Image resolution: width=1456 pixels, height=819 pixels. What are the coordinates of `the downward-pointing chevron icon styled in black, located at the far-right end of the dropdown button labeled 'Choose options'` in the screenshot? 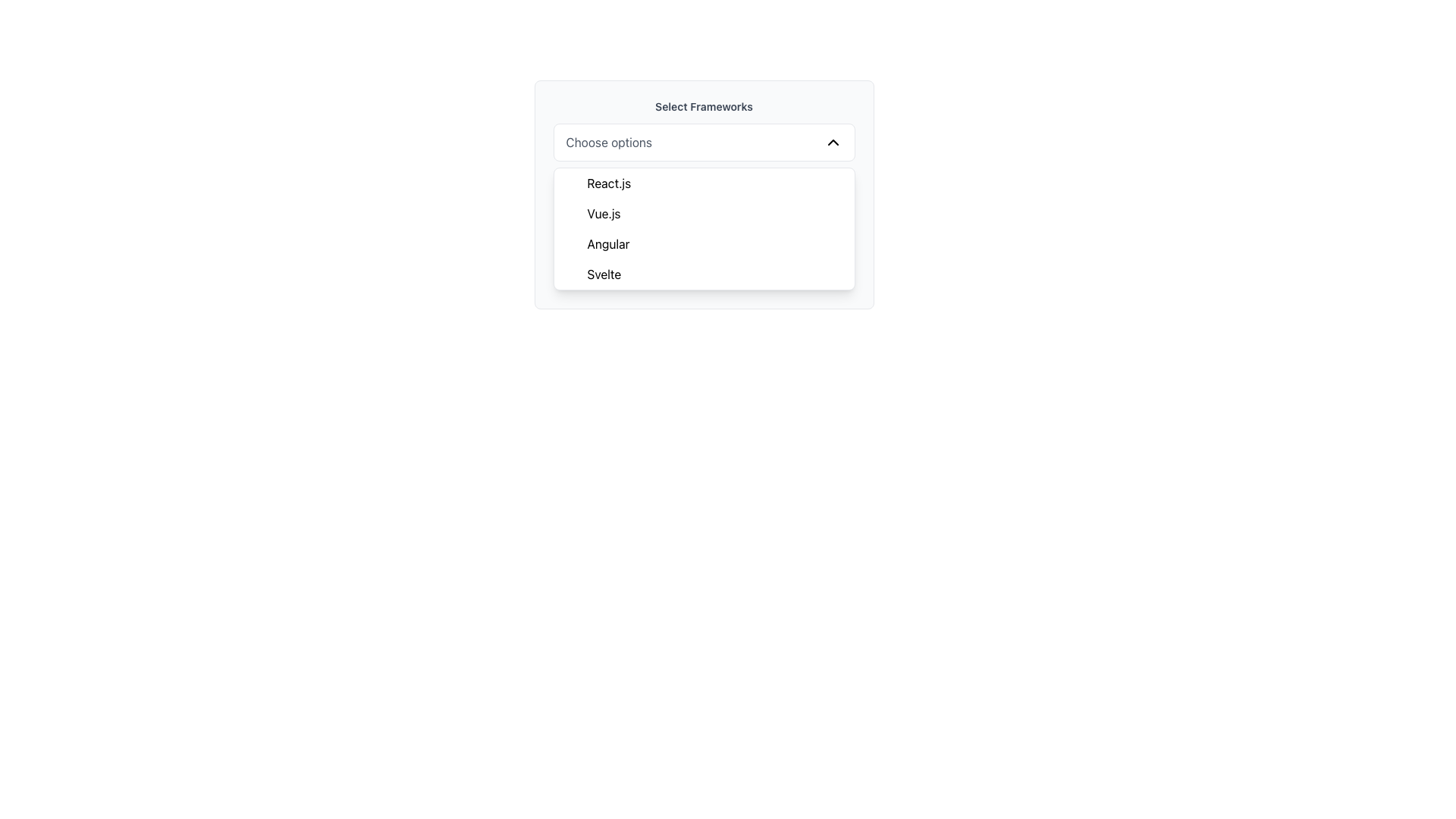 It's located at (832, 143).